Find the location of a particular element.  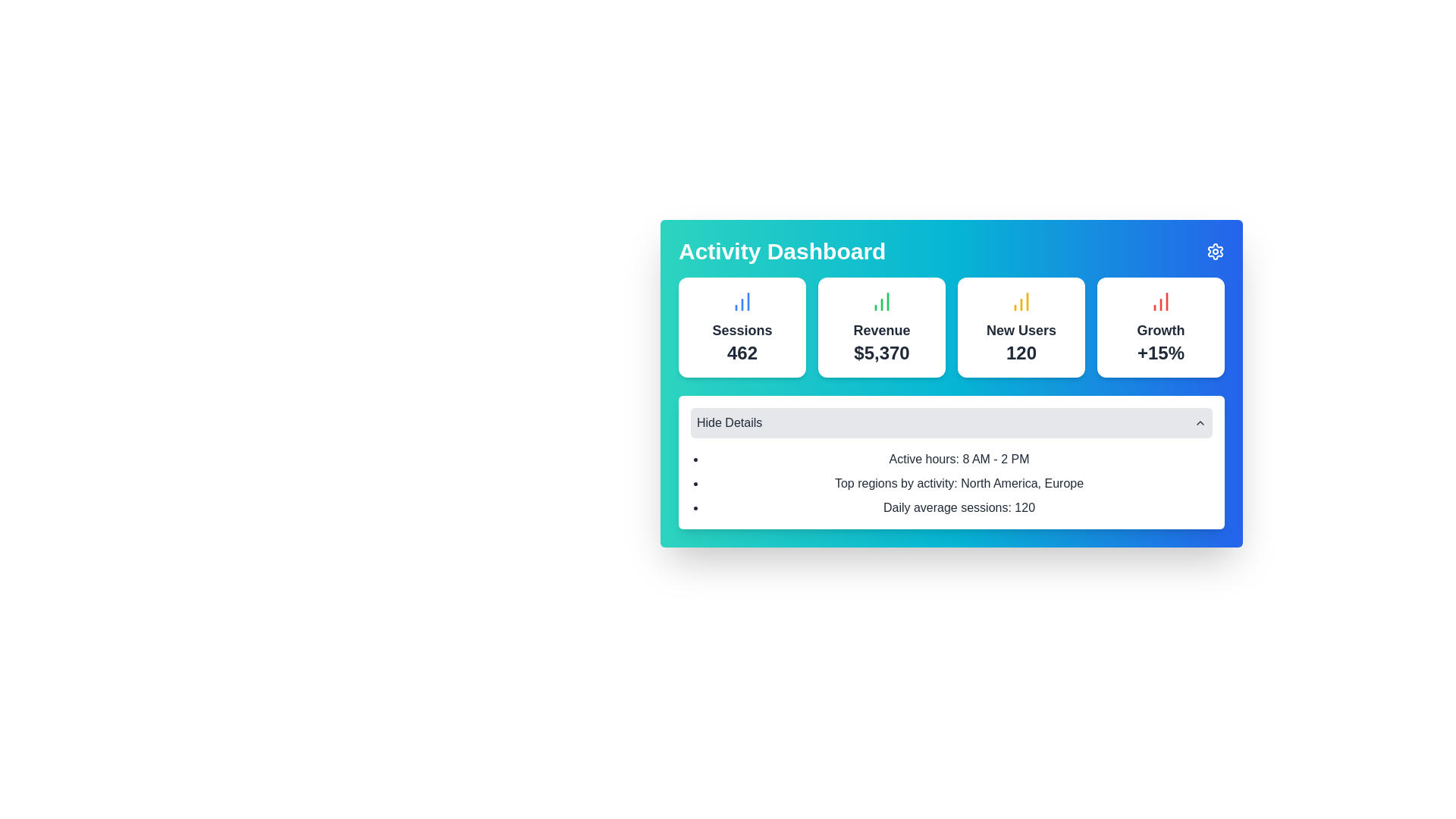

the 'Sessions' label, which is styled in bold and larger font, positioned near the top center of a statistical card, above the numerical value '462' is located at coordinates (742, 329).